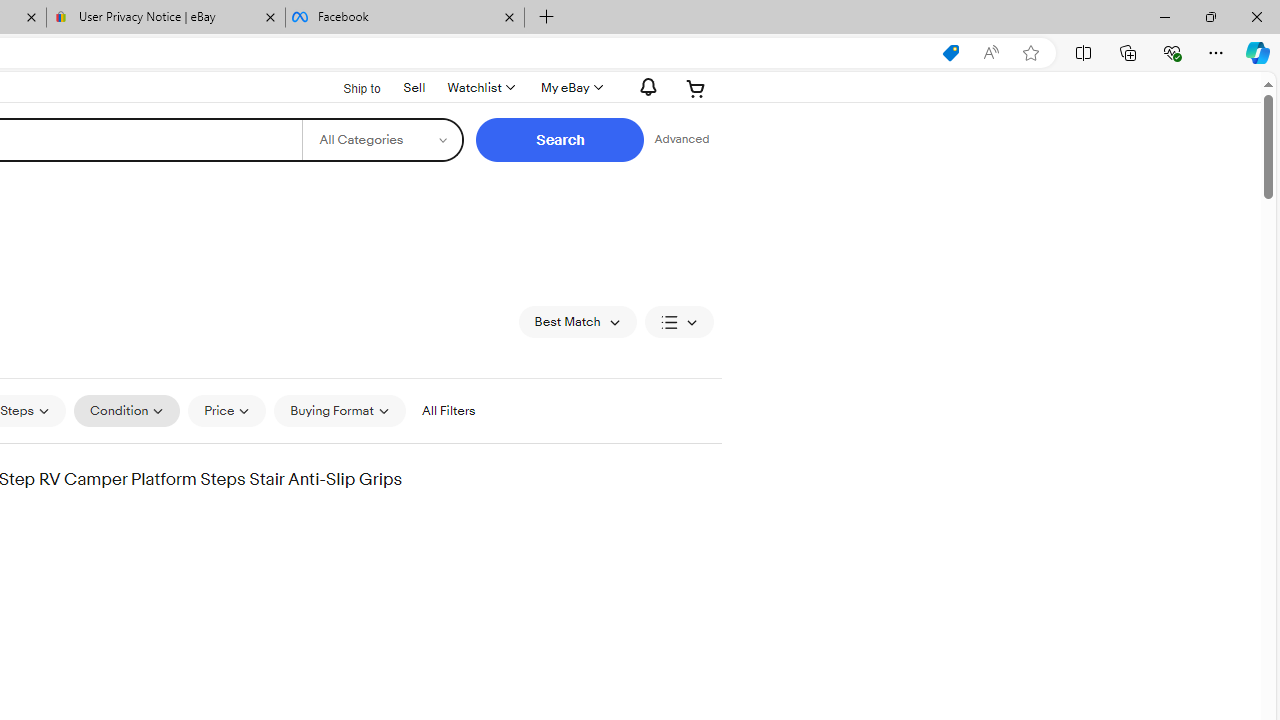 The image size is (1280, 720). What do you see at coordinates (339, 410) in the screenshot?
I see `'Buying Format'` at bounding box center [339, 410].